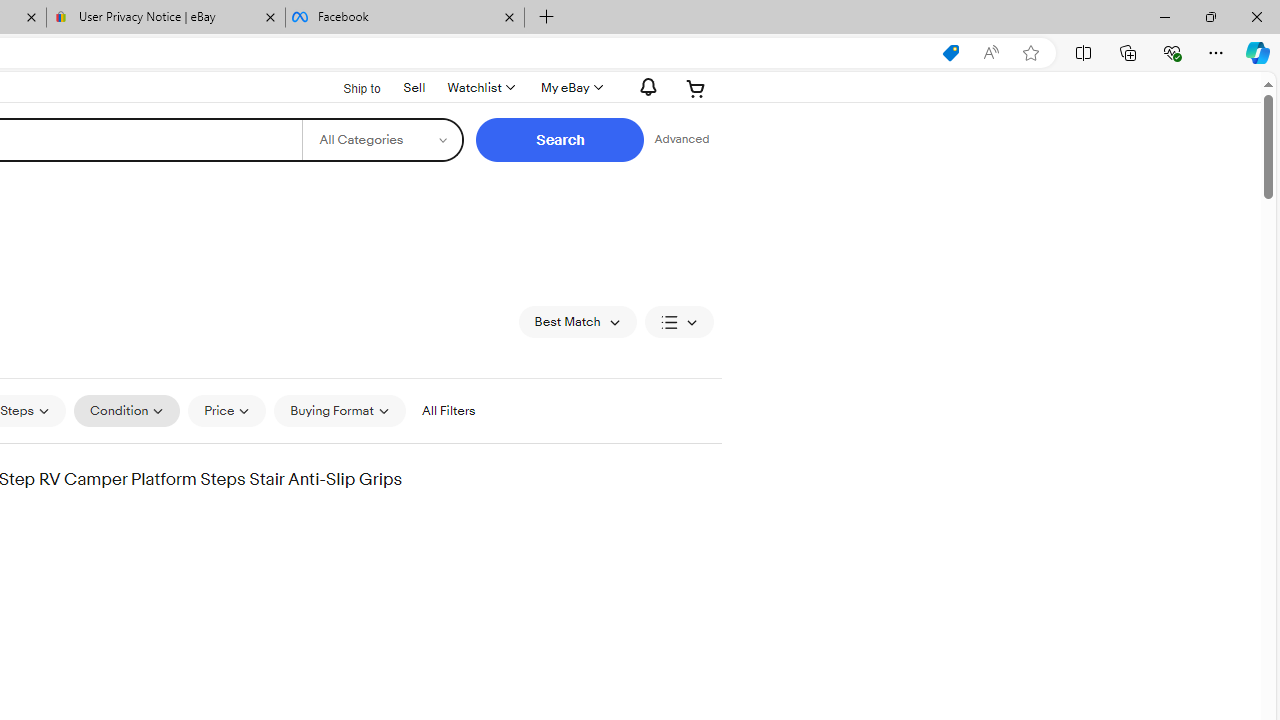 The image size is (1280, 720). What do you see at coordinates (339, 410) in the screenshot?
I see `'Buying Format'` at bounding box center [339, 410].